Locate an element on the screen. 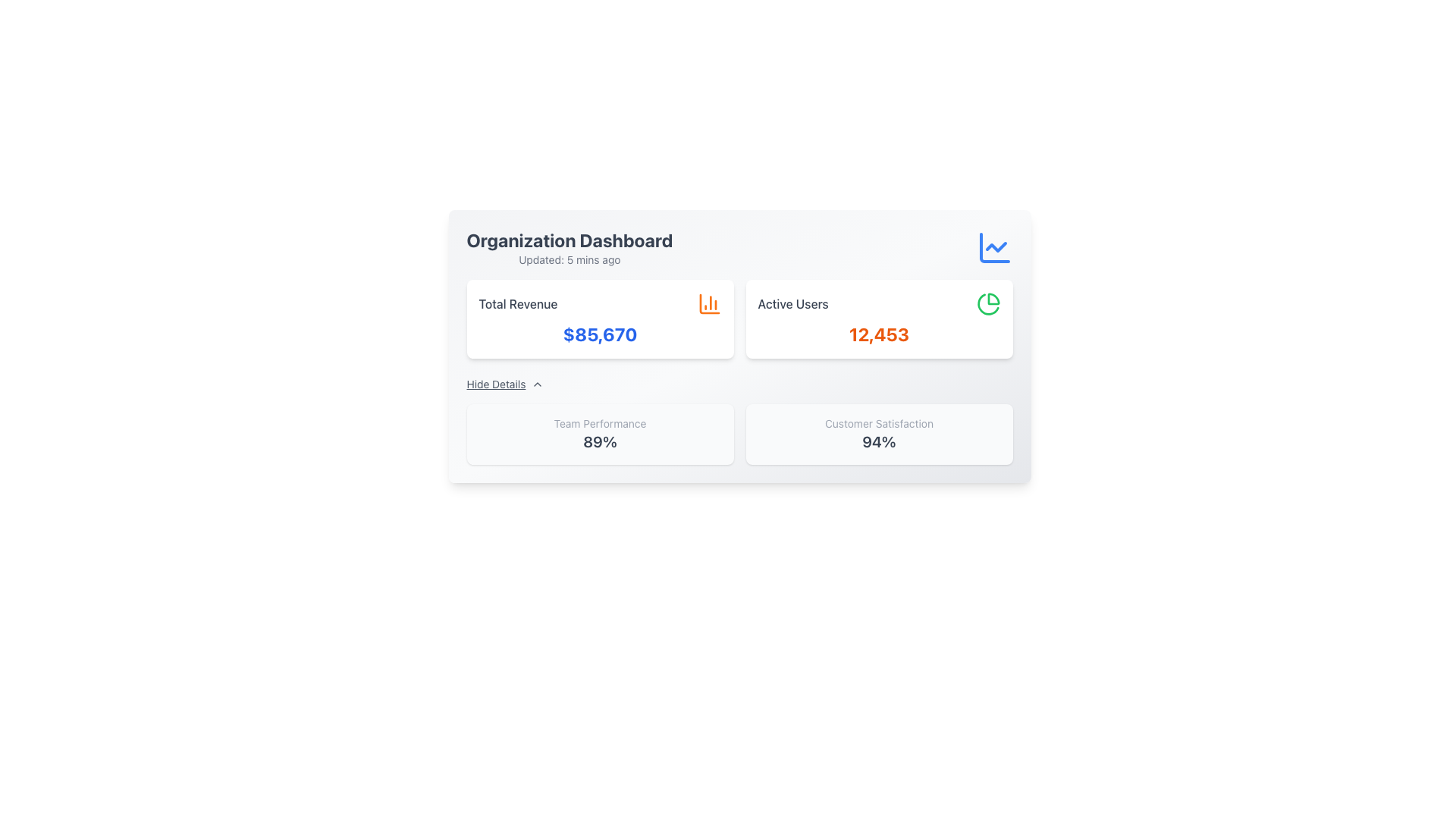 The height and width of the screenshot is (819, 1456). text from the small text label that reads 'Updated: 5 mins ago', which is located below the 'Organization Dashboard' heading is located at coordinates (569, 259).